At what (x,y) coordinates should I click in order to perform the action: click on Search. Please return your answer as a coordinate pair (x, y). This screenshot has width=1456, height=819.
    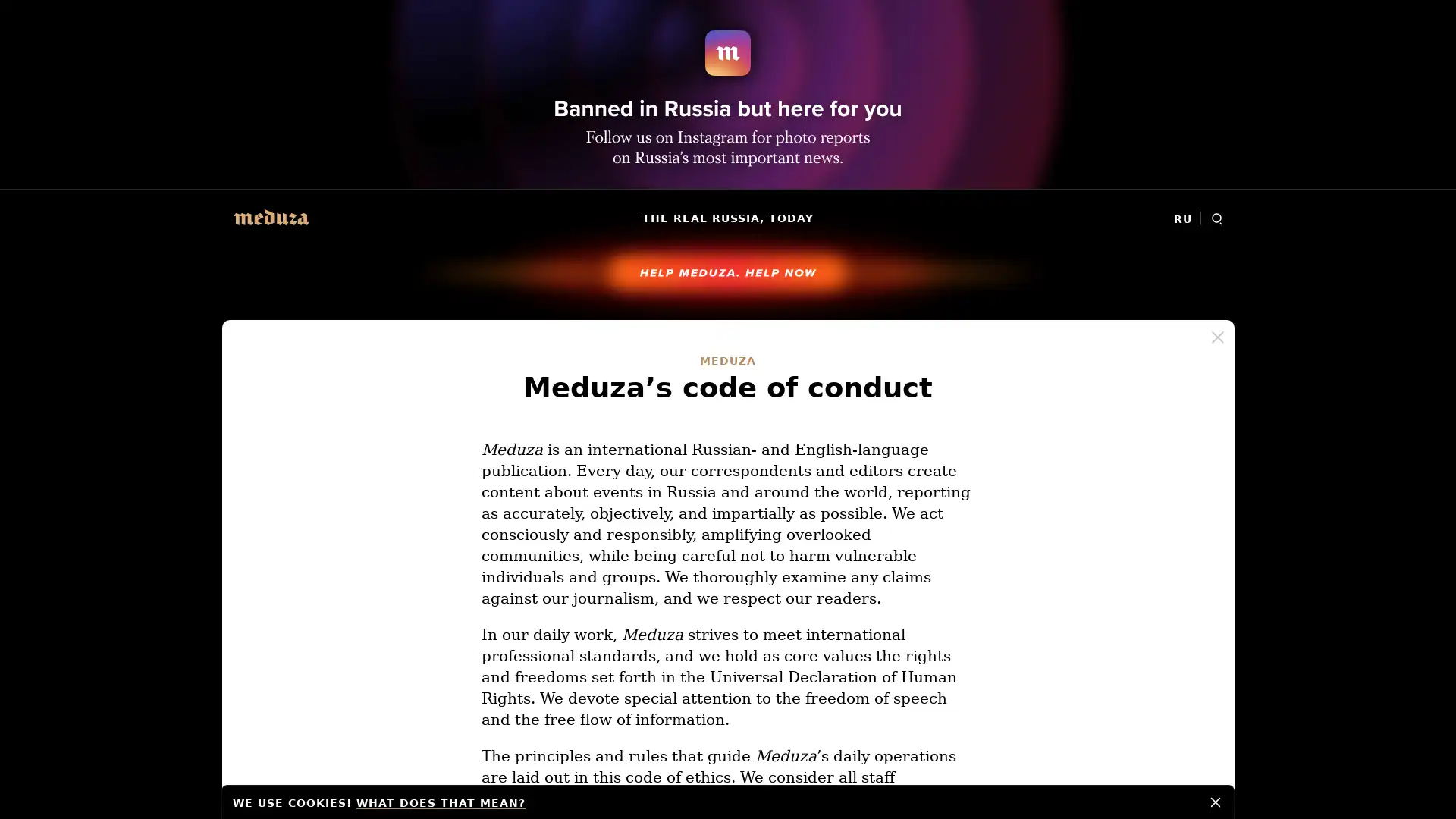
    Looking at the image, I should click on (1216, 218).